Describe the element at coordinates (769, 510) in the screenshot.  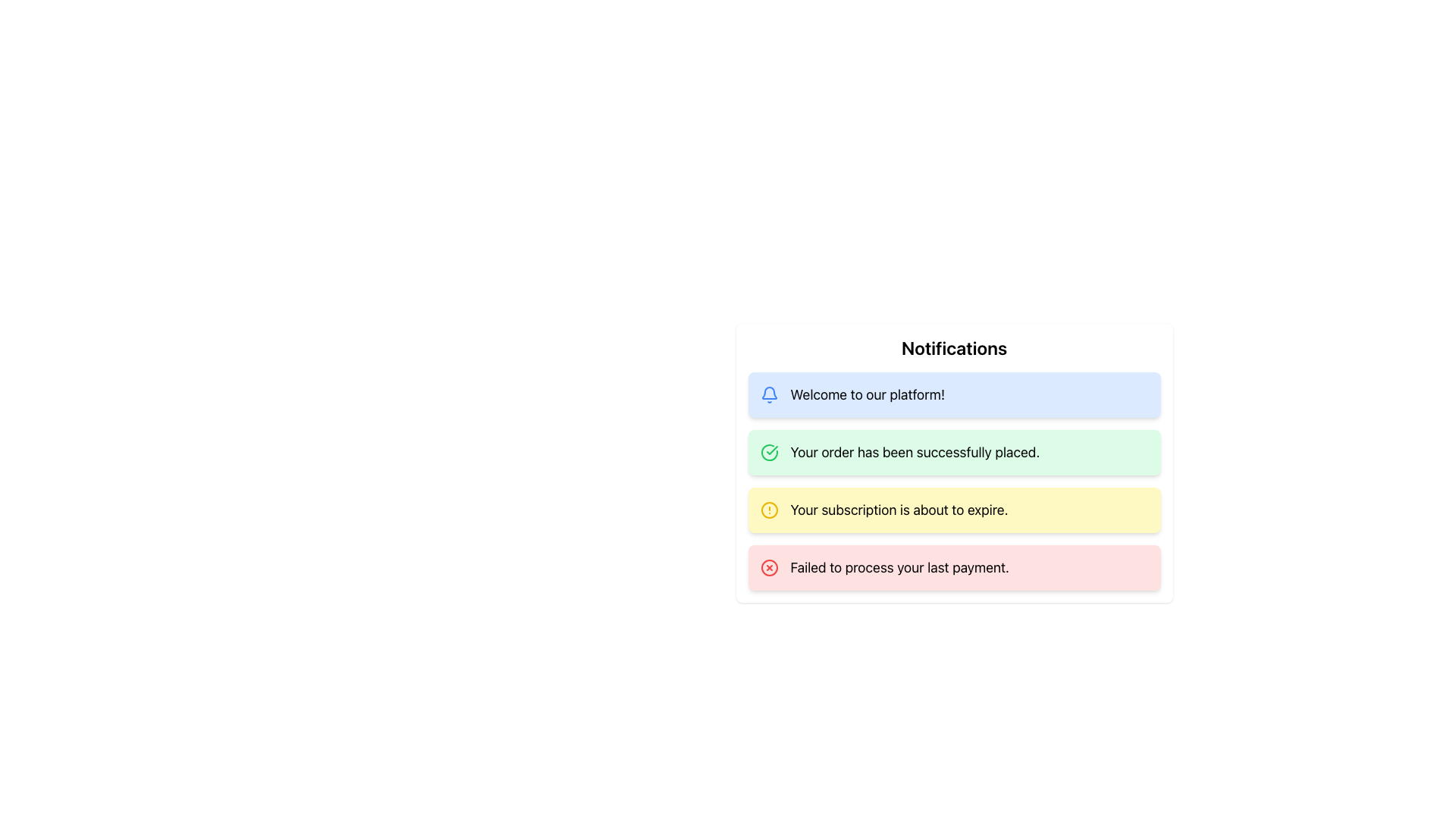
I see `the circular alert icon within the yellow notification entry in the list of notifications` at that location.